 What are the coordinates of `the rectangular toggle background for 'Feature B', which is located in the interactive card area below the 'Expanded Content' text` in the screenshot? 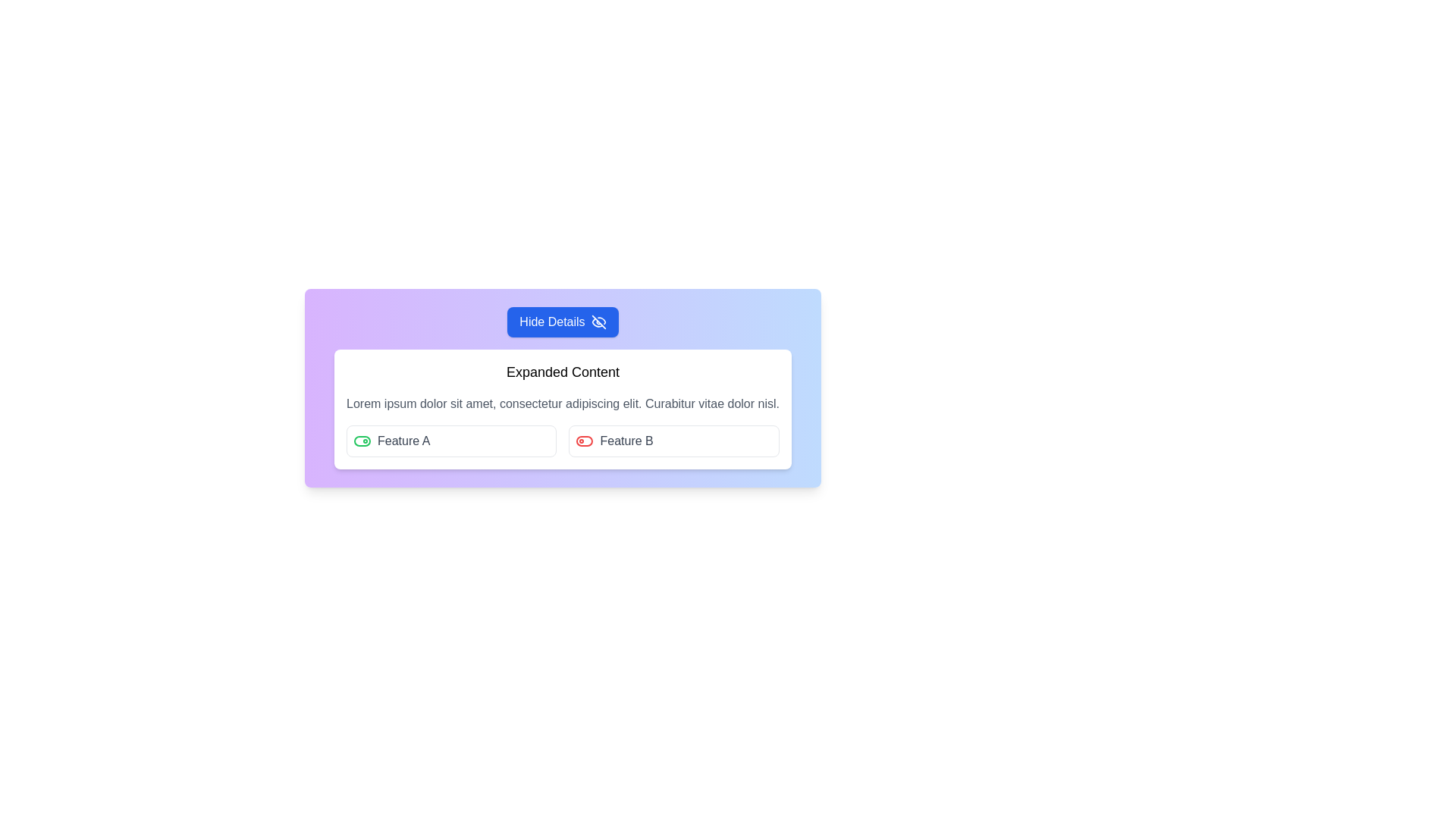 It's located at (584, 441).